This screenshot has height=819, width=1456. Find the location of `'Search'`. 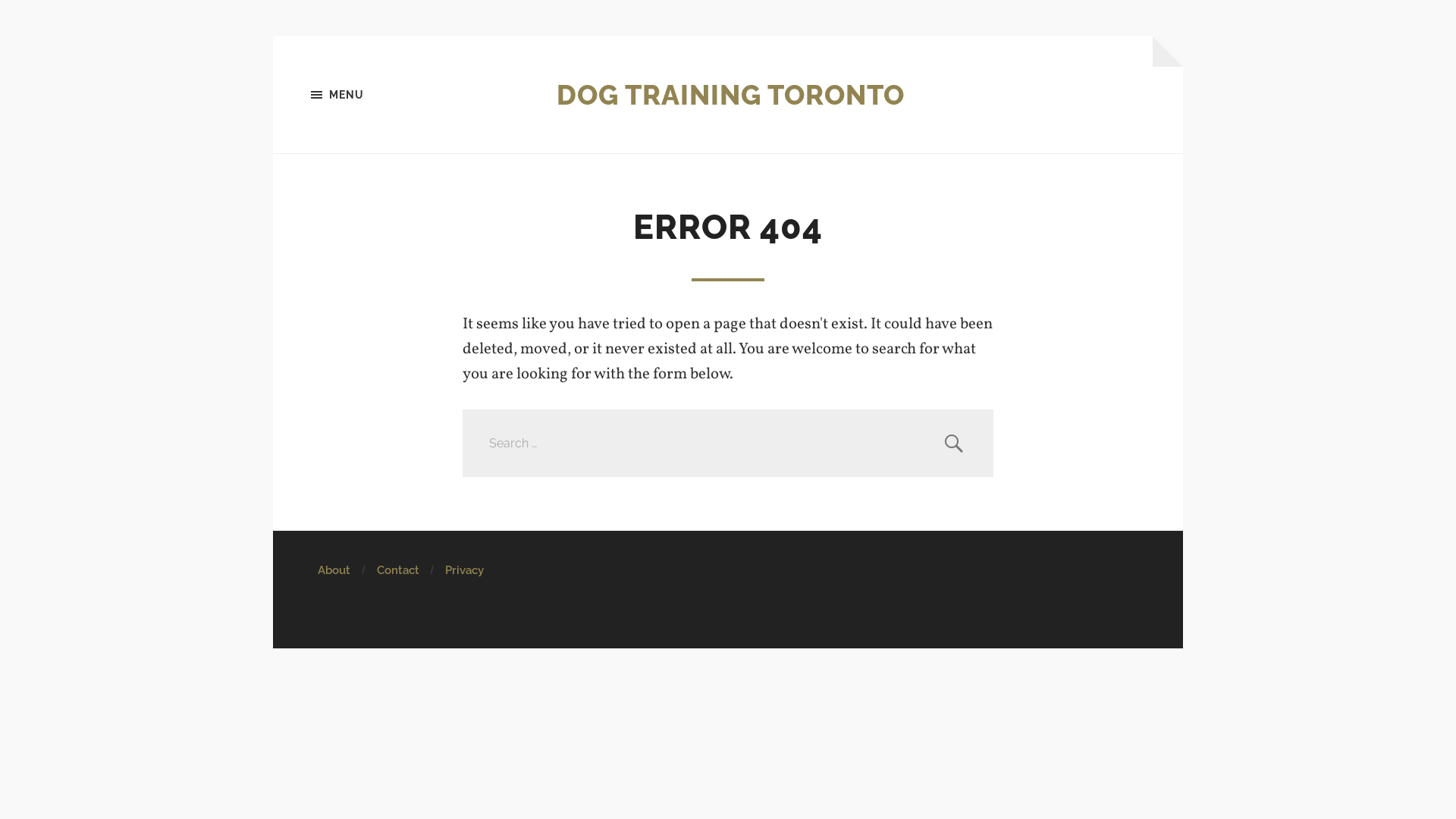

'Search' is located at coordinates (952, 443).